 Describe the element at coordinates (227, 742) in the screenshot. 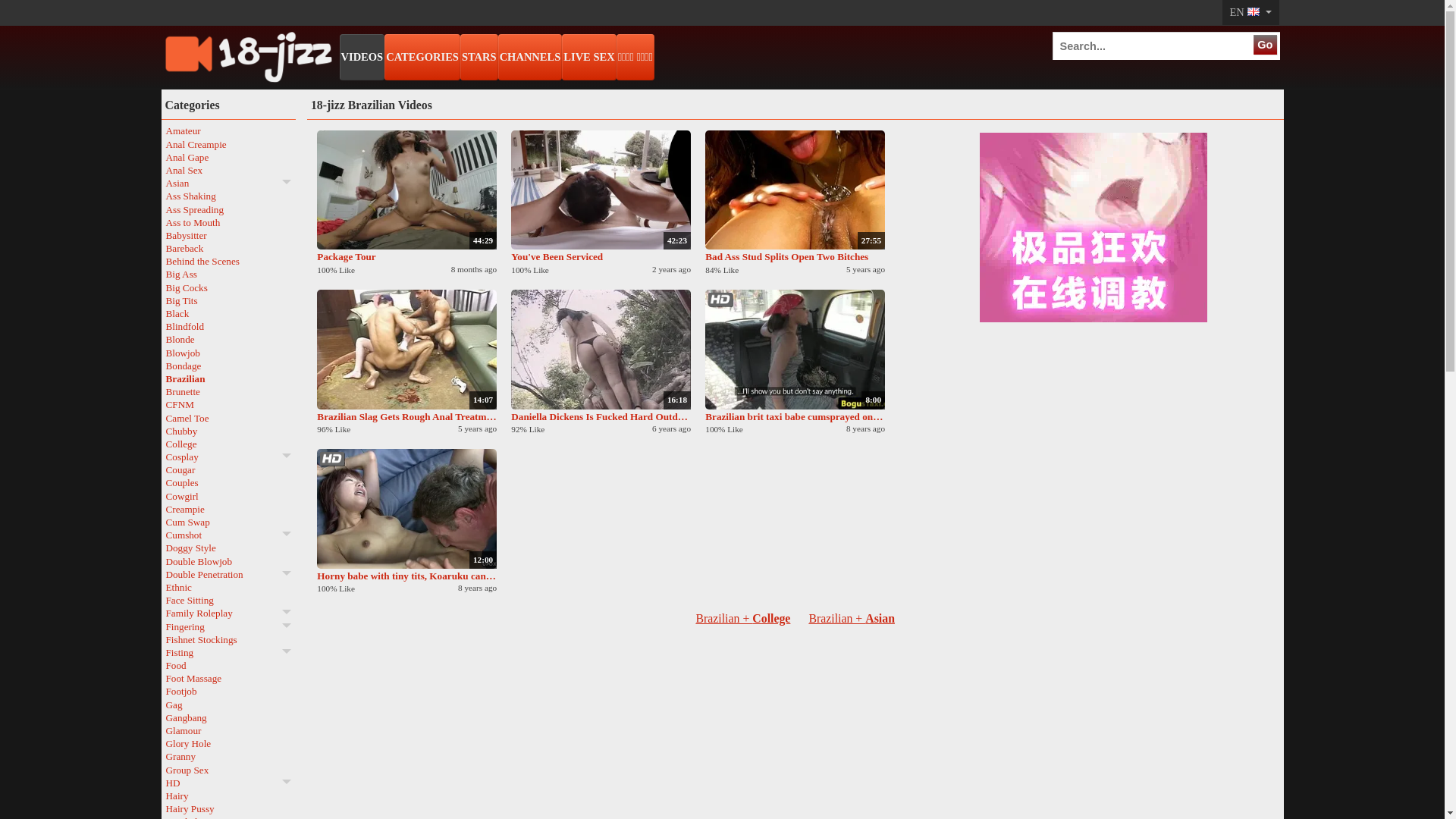

I see `'Glory Hole'` at that location.